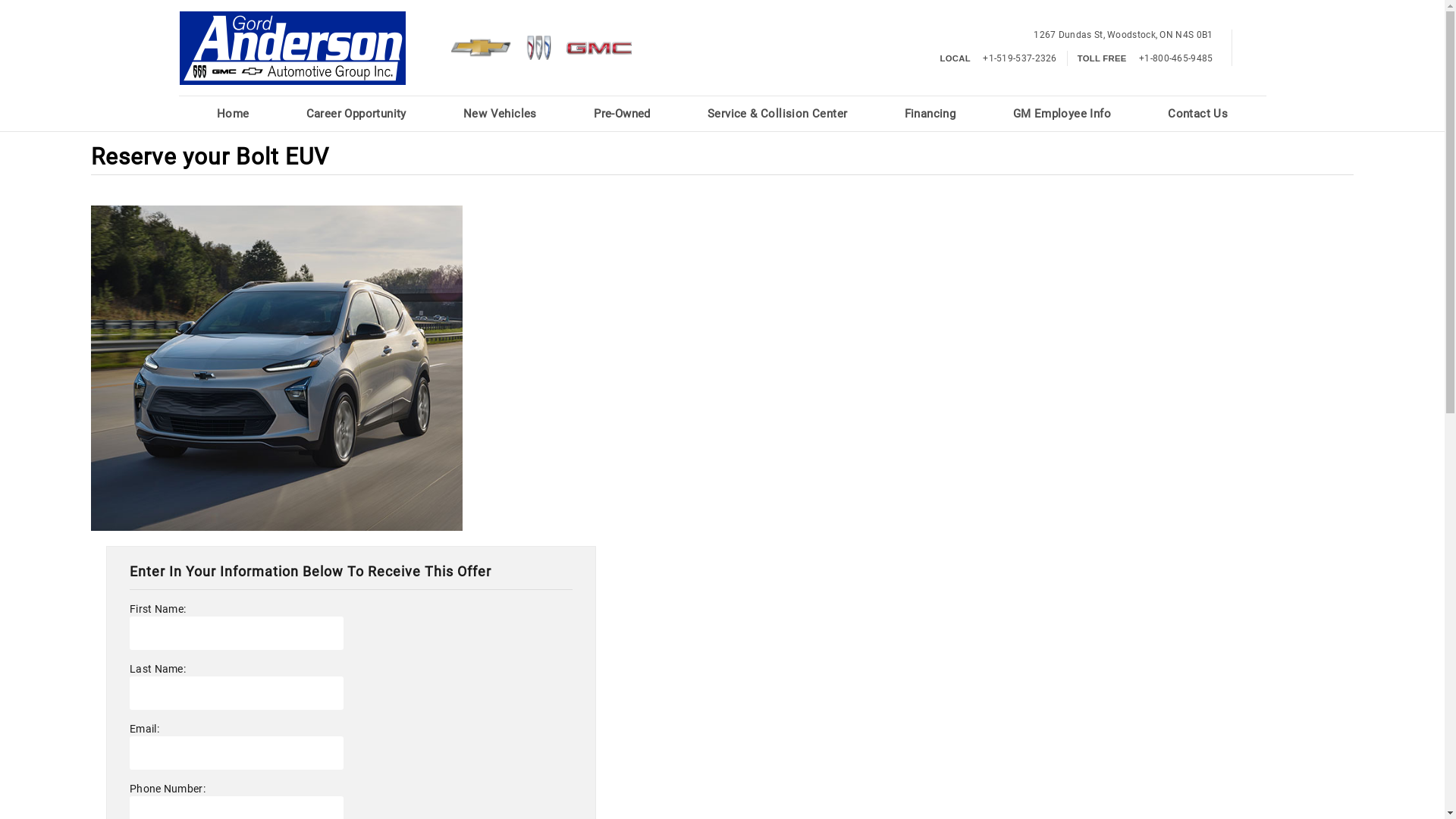  I want to click on '1267 Dundas St,, so click(1123, 34).